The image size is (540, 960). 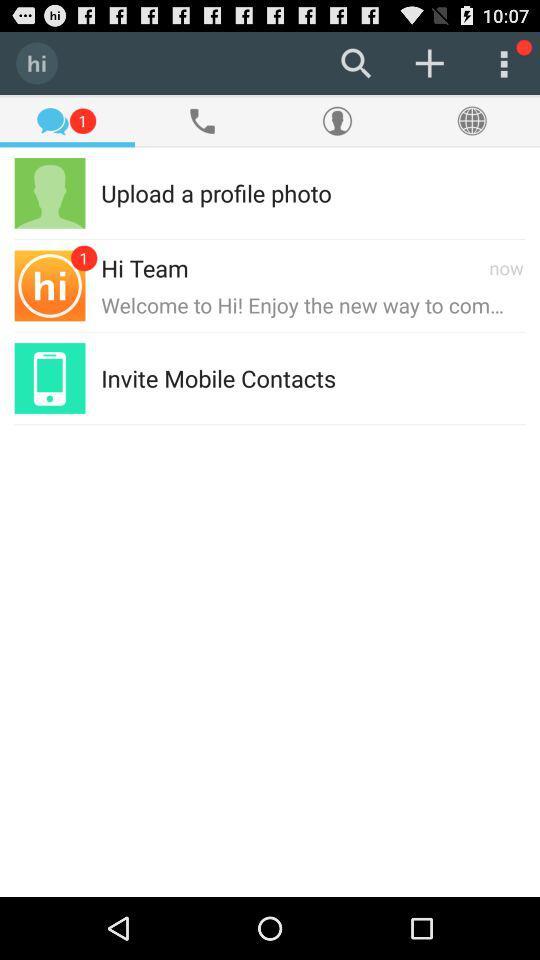 I want to click on the item below the hi team item, so click(x=313, y=304).